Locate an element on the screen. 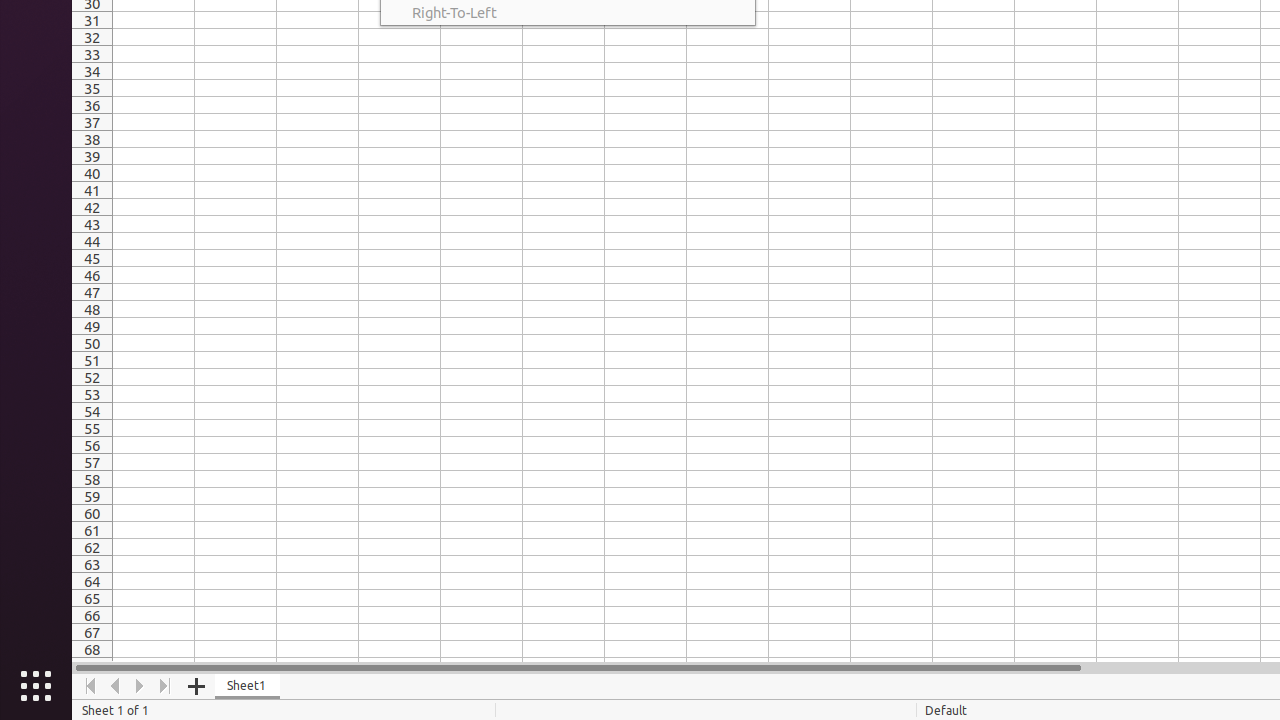 The image size is (1280, 720). 'Move Right' is located at coordinates (139, 685).